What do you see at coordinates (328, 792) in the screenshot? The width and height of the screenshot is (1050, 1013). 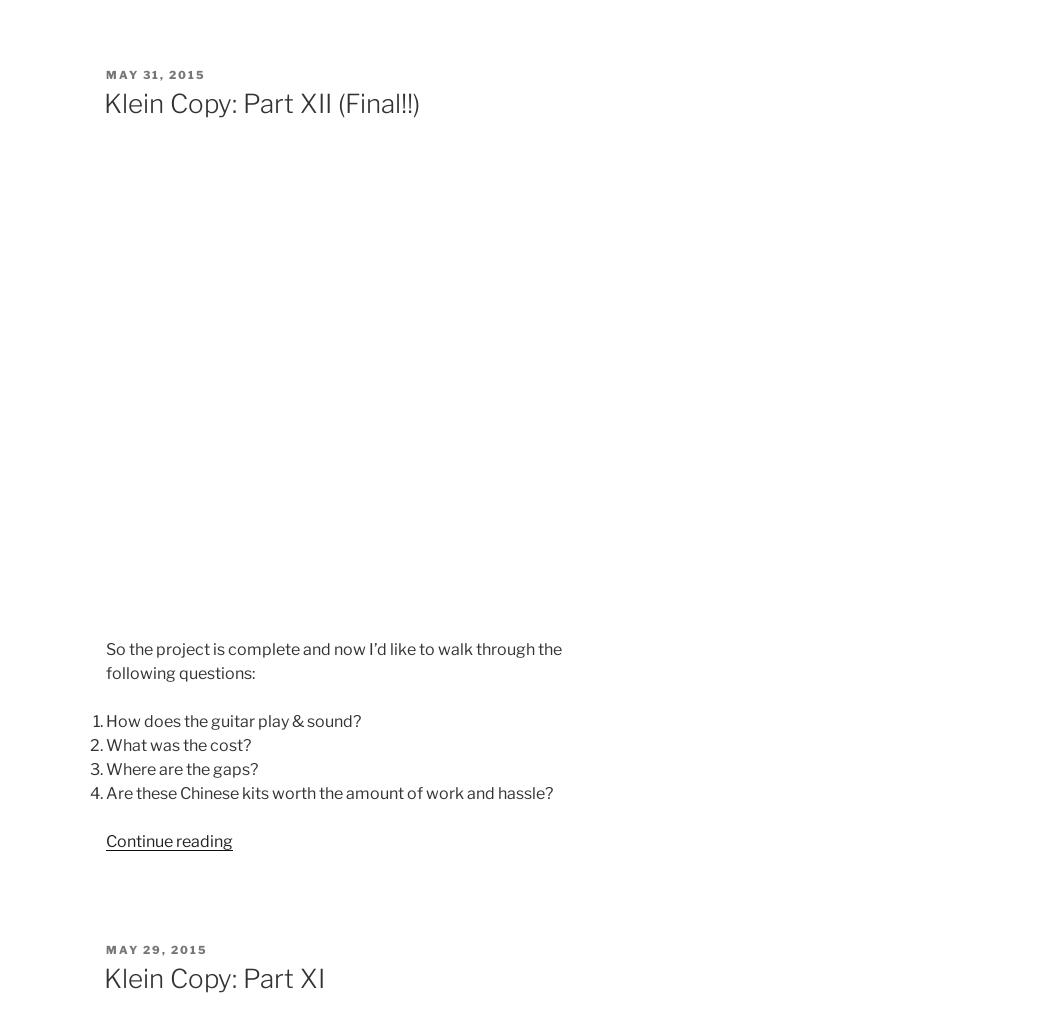 I see `'Are these Chinese kits worth the amount of work and hassle?'` at bounding box center [328, 792].